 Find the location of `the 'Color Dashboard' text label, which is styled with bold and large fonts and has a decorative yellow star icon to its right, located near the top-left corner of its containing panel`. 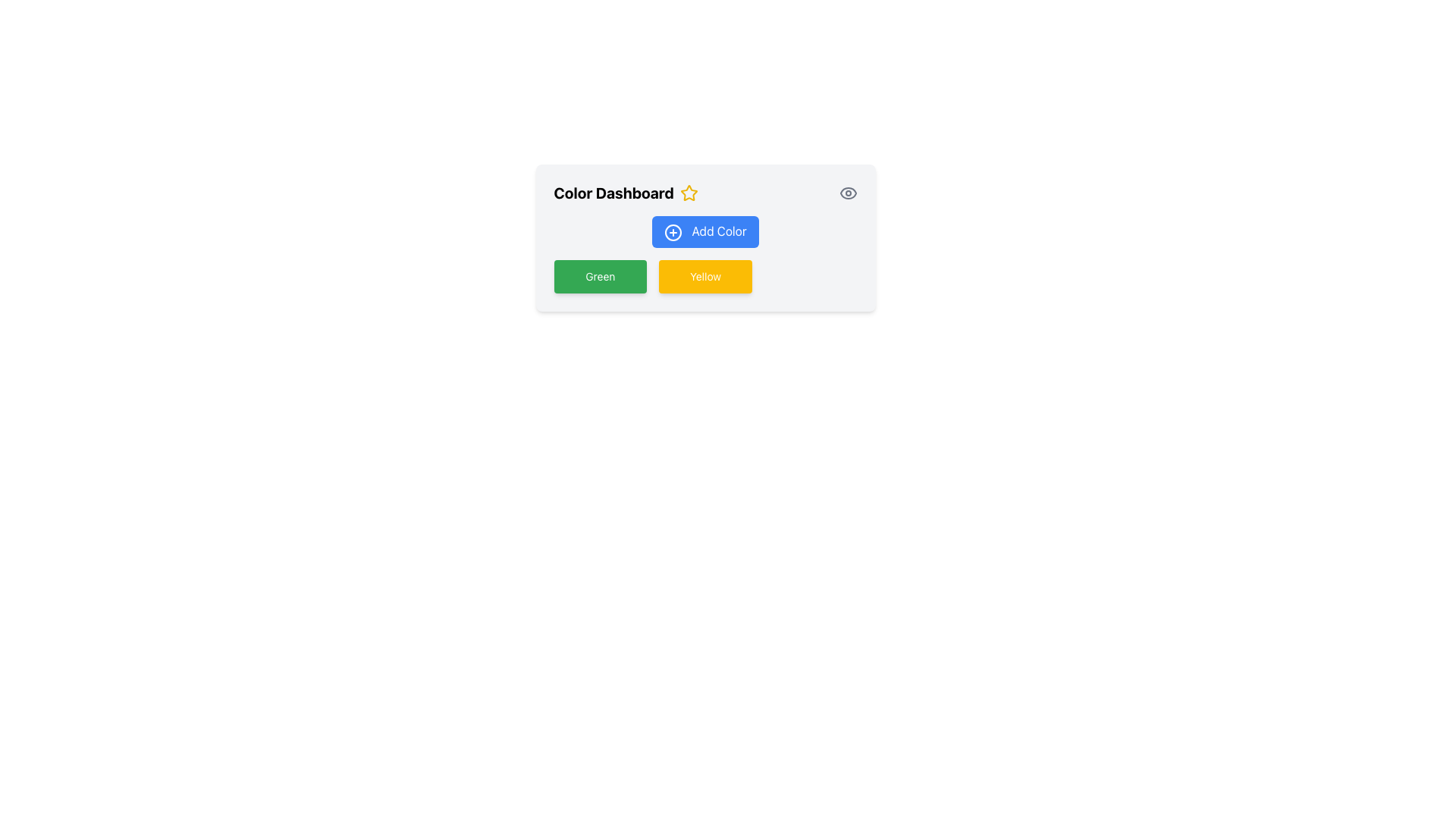

the 'Color Dashboard' text label, which is styled with bold and large fonts and has a decorative yellow star icon to its right, located near the top-left corner of its containing panel is located at coordinates (626, 192).